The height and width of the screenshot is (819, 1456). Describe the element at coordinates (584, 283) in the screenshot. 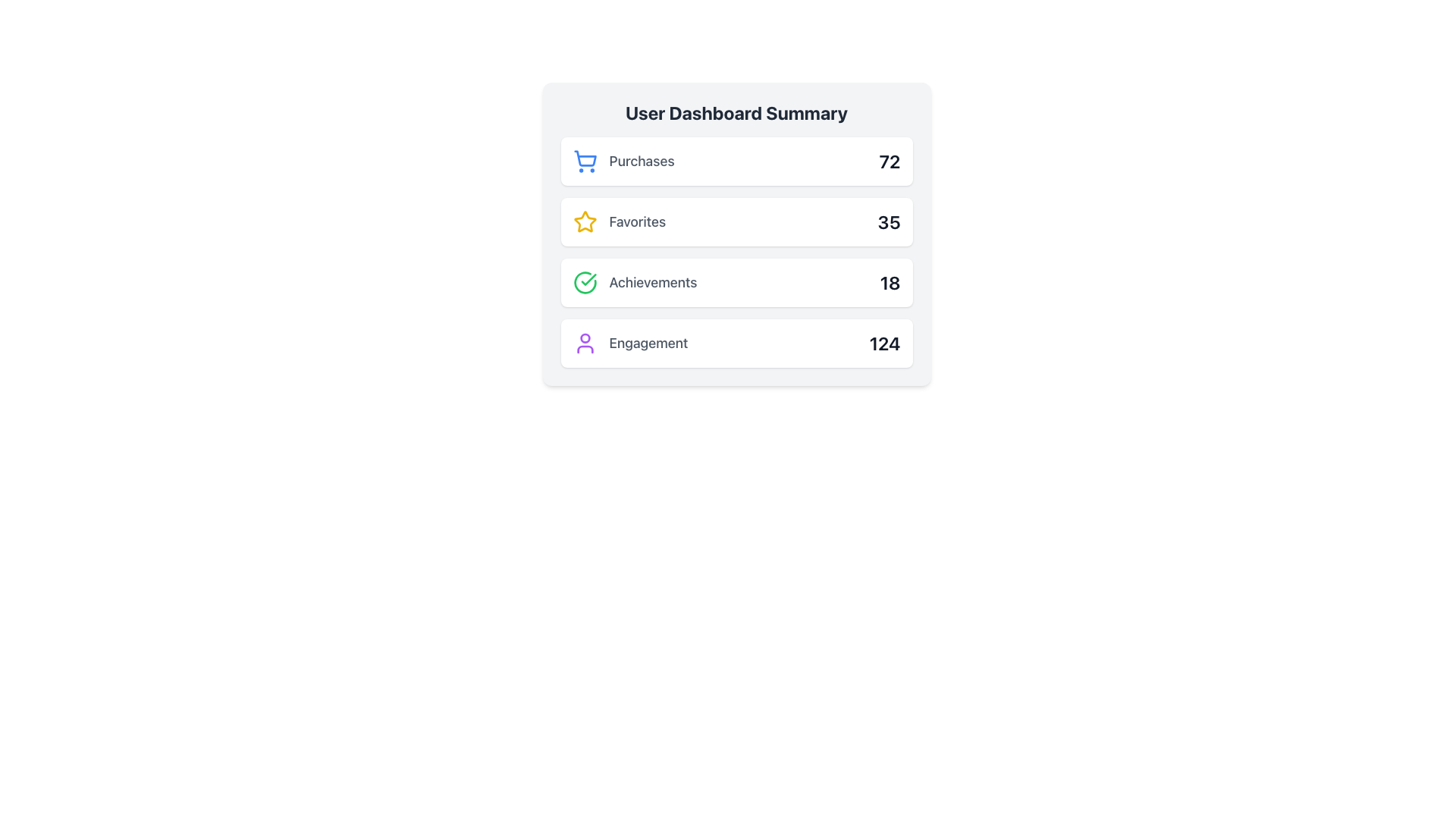

I see `the icon indicating the status of the achievements category in the User Dashboard Summary` at that location.